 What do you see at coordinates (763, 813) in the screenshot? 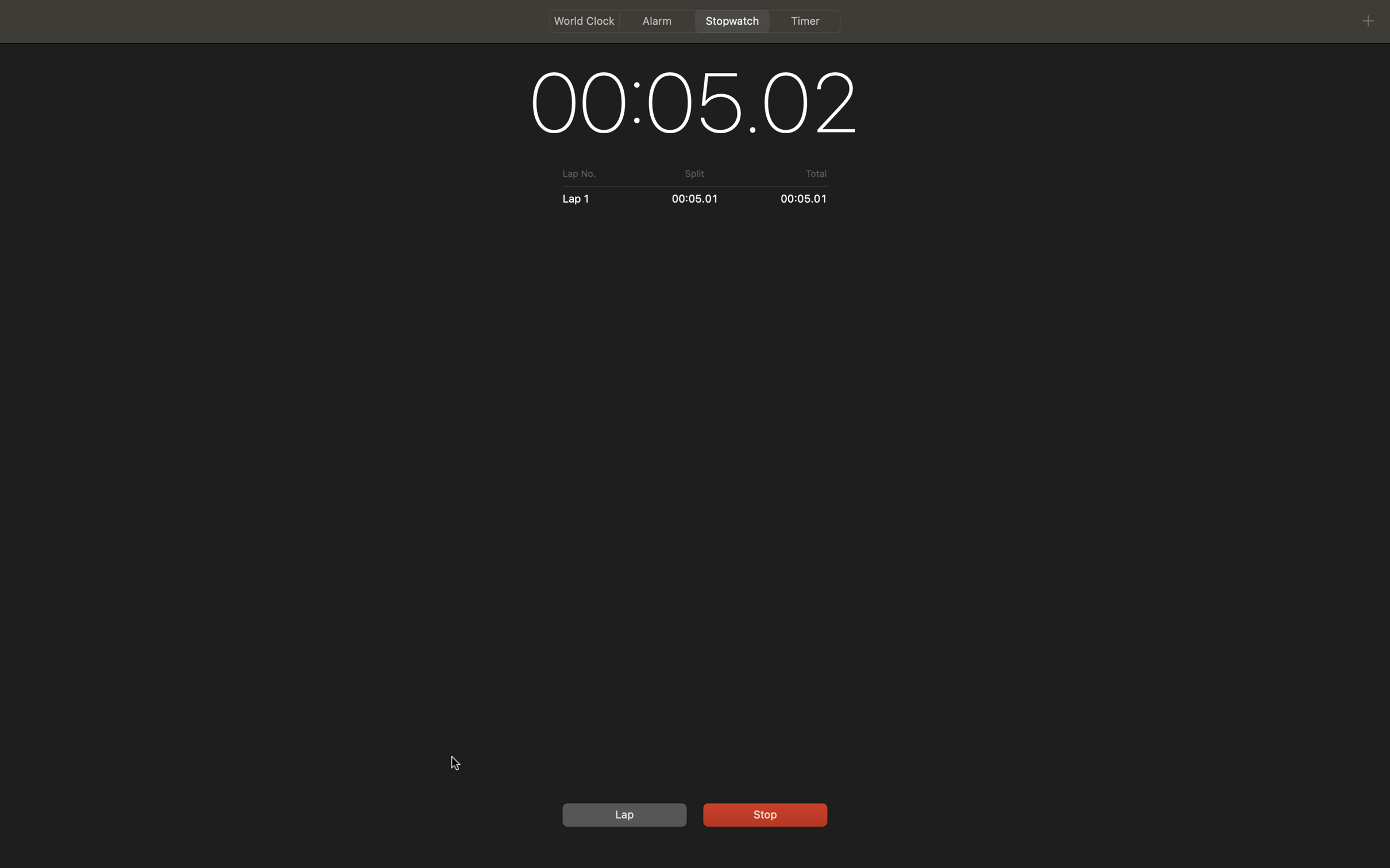
I see `Resume the stopwatch and then record a lap` at bounding box center [763, 813].